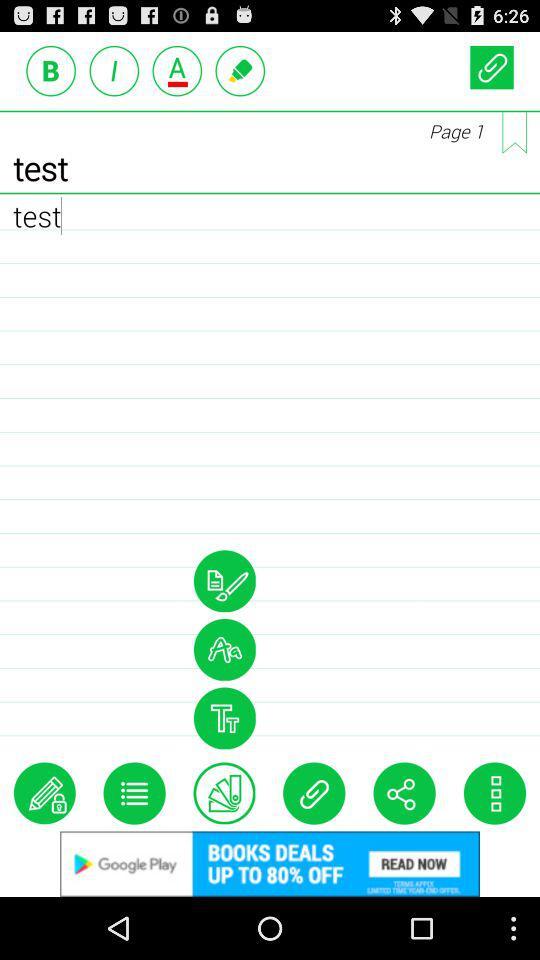  I want to click on the more icon, so click(493, 848).